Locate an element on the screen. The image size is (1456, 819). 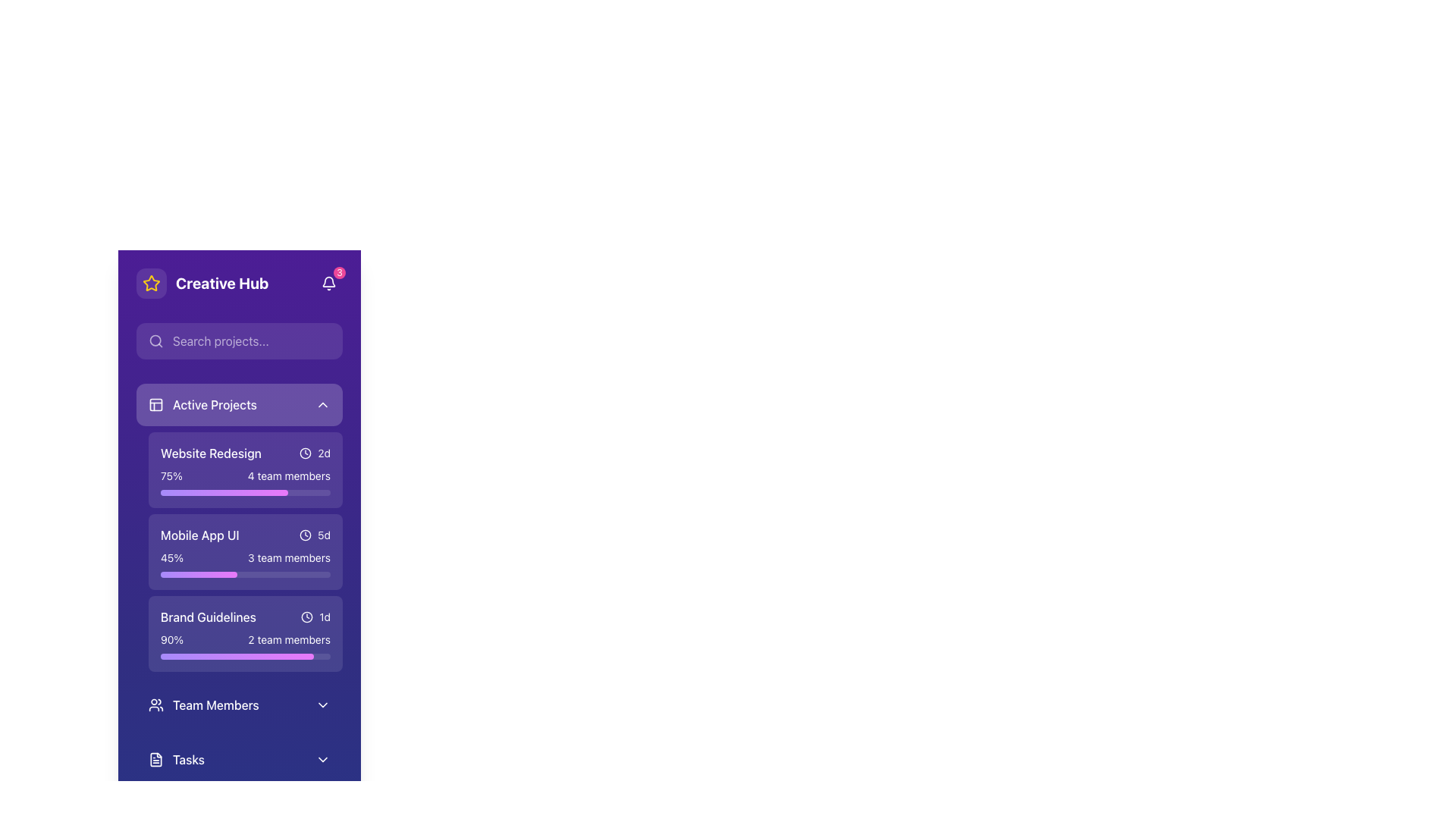
the toggleable header for the collapsible section that displays the list of active projects is located at coordinates (239, 403).